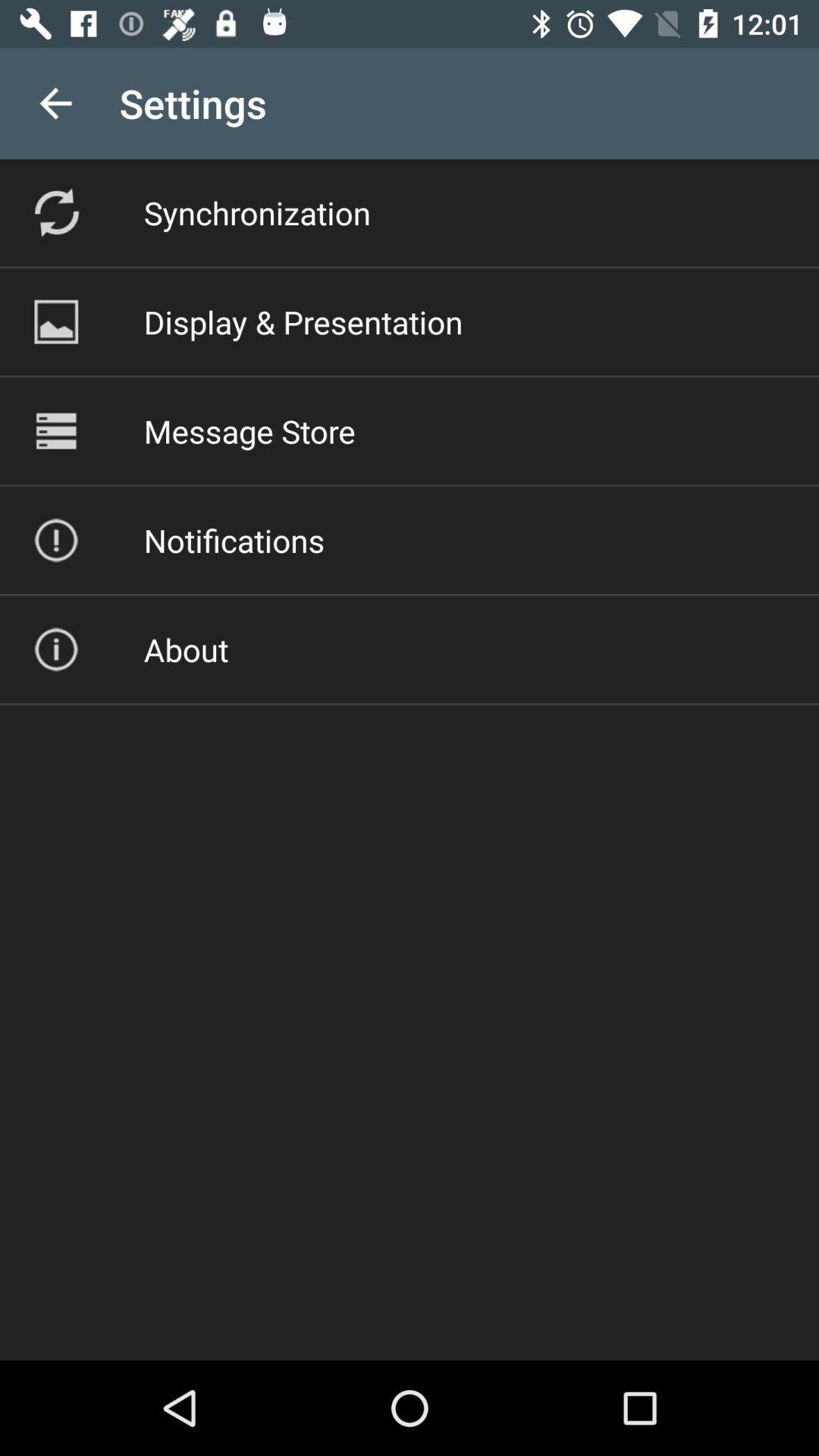 This screenshot has height=1456, width=819. What do you see at coordinates (185, 649) in the screenshot?
I see `the about` at bounding box center [185, 649].